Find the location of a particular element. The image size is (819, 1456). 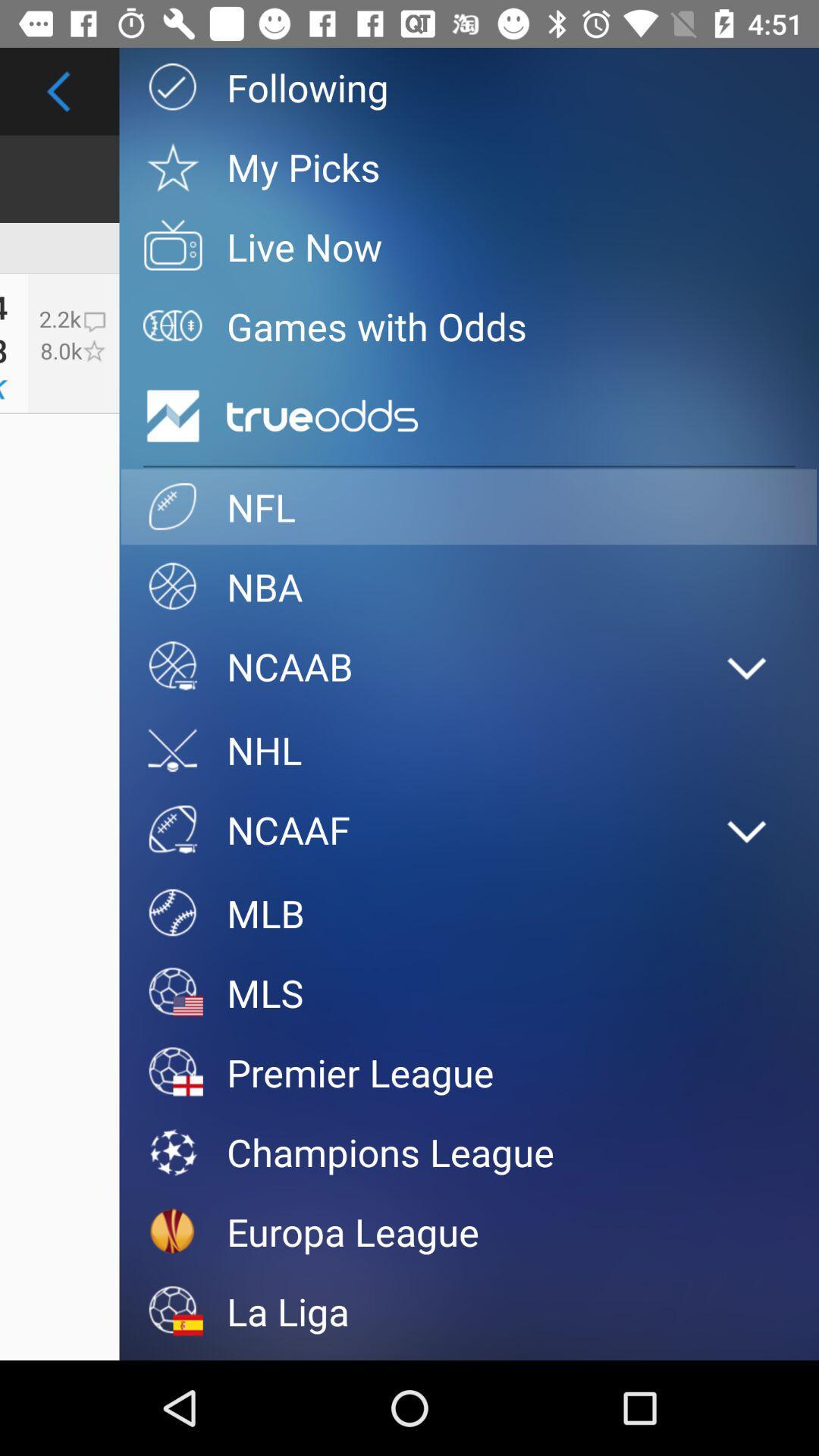

bundesliga is located at coordinates (468, 1356).